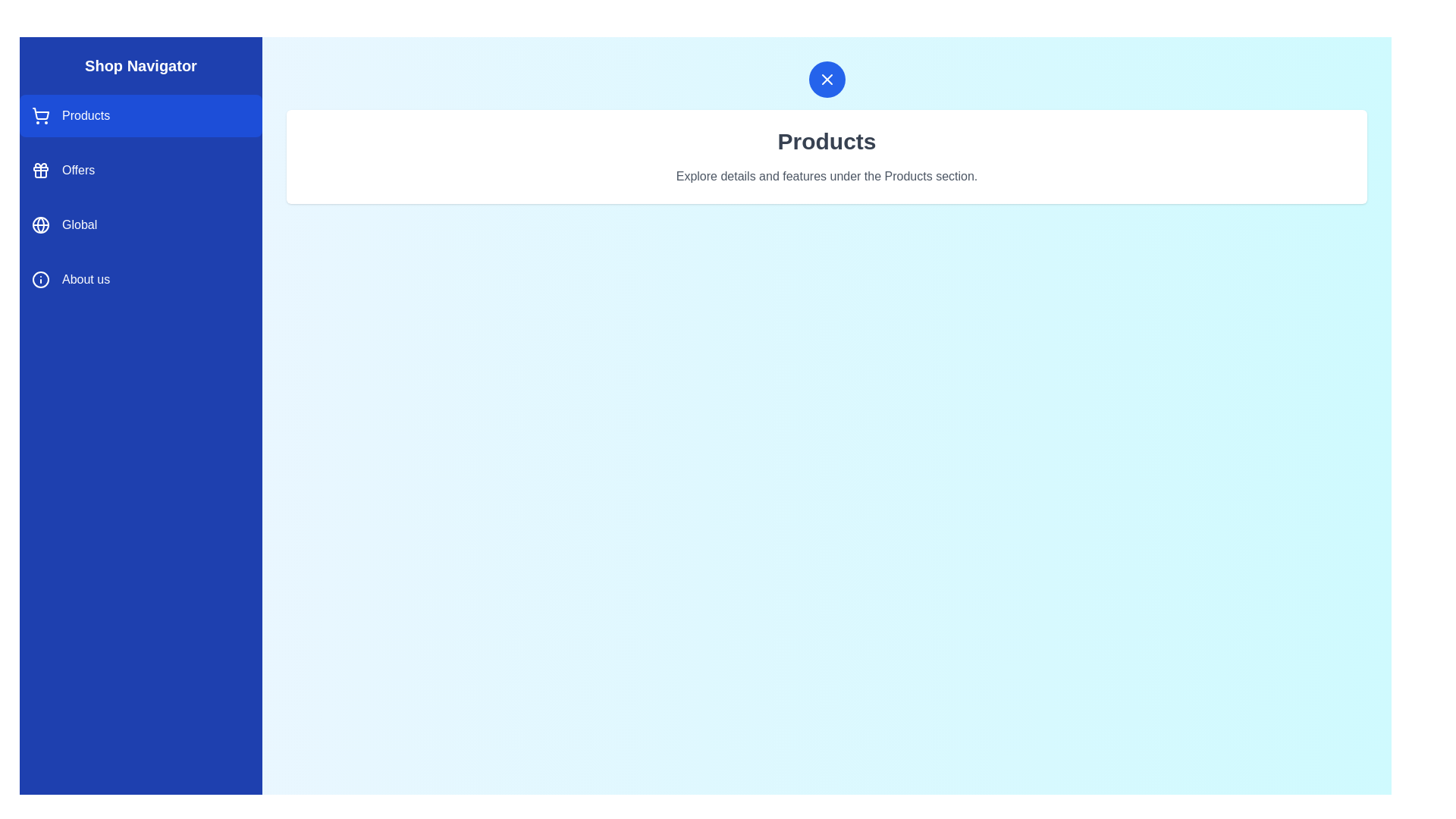 This screenshot has height=819, width=1456. I want to click on the drawer item corresponding to the section About us, so click(141, 280).